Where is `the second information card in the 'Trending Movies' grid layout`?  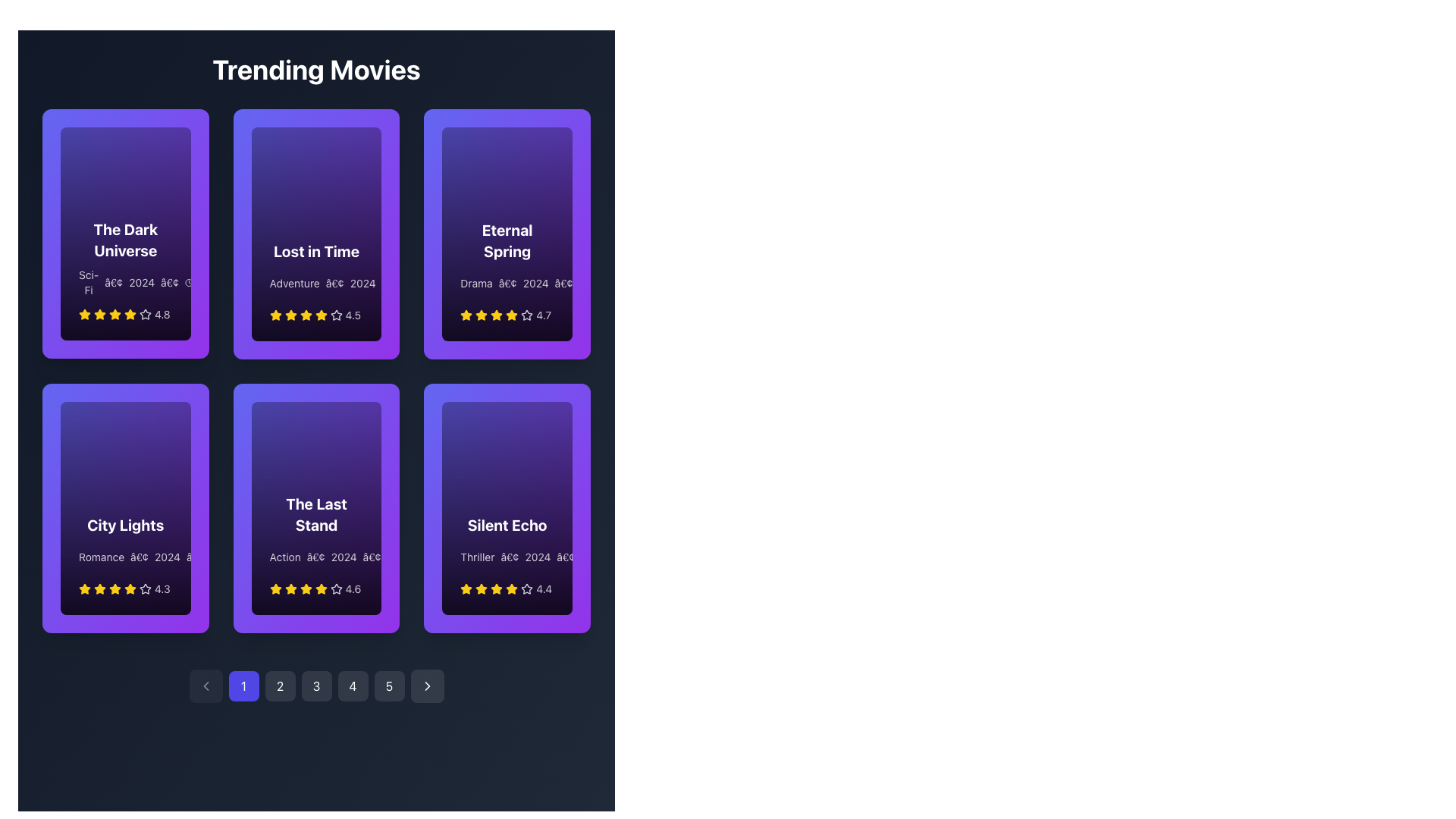 the second information card in the 'Trending Movies' grid layout is located at coordinates (315, 234).